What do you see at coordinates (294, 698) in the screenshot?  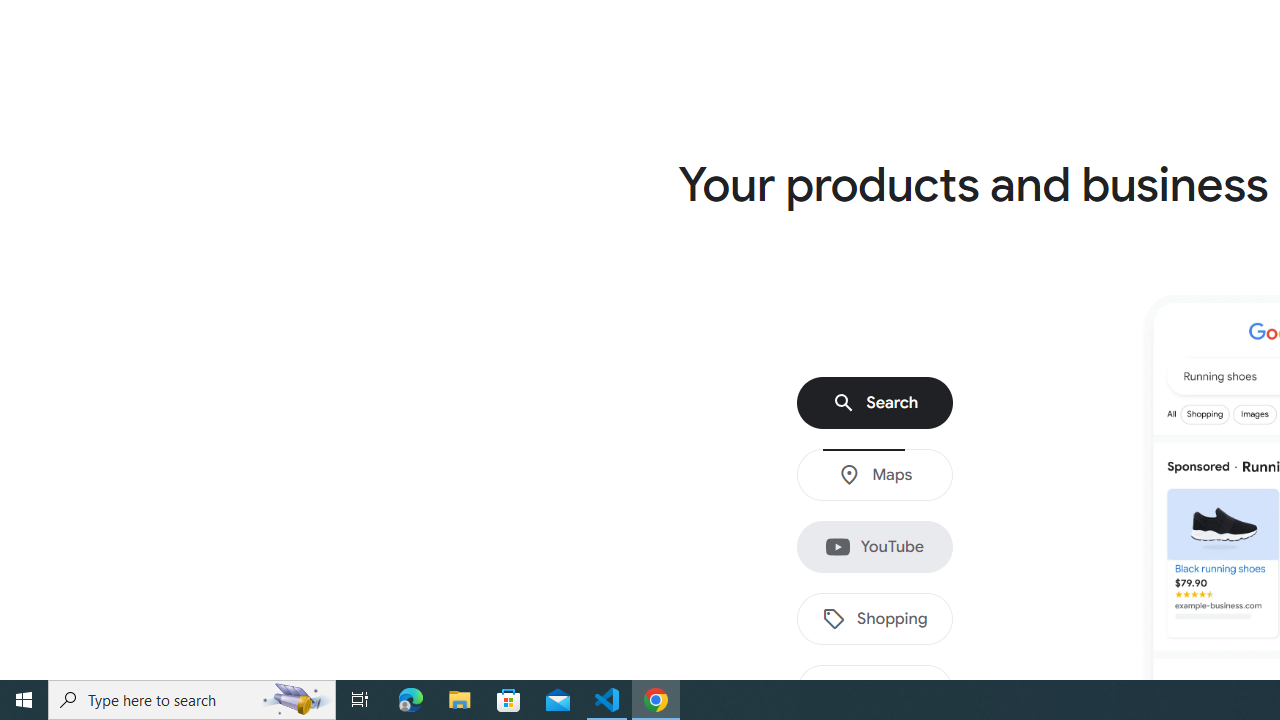 I see `'Search highlights icon opens search home window'` at bounding box center [294, 698].